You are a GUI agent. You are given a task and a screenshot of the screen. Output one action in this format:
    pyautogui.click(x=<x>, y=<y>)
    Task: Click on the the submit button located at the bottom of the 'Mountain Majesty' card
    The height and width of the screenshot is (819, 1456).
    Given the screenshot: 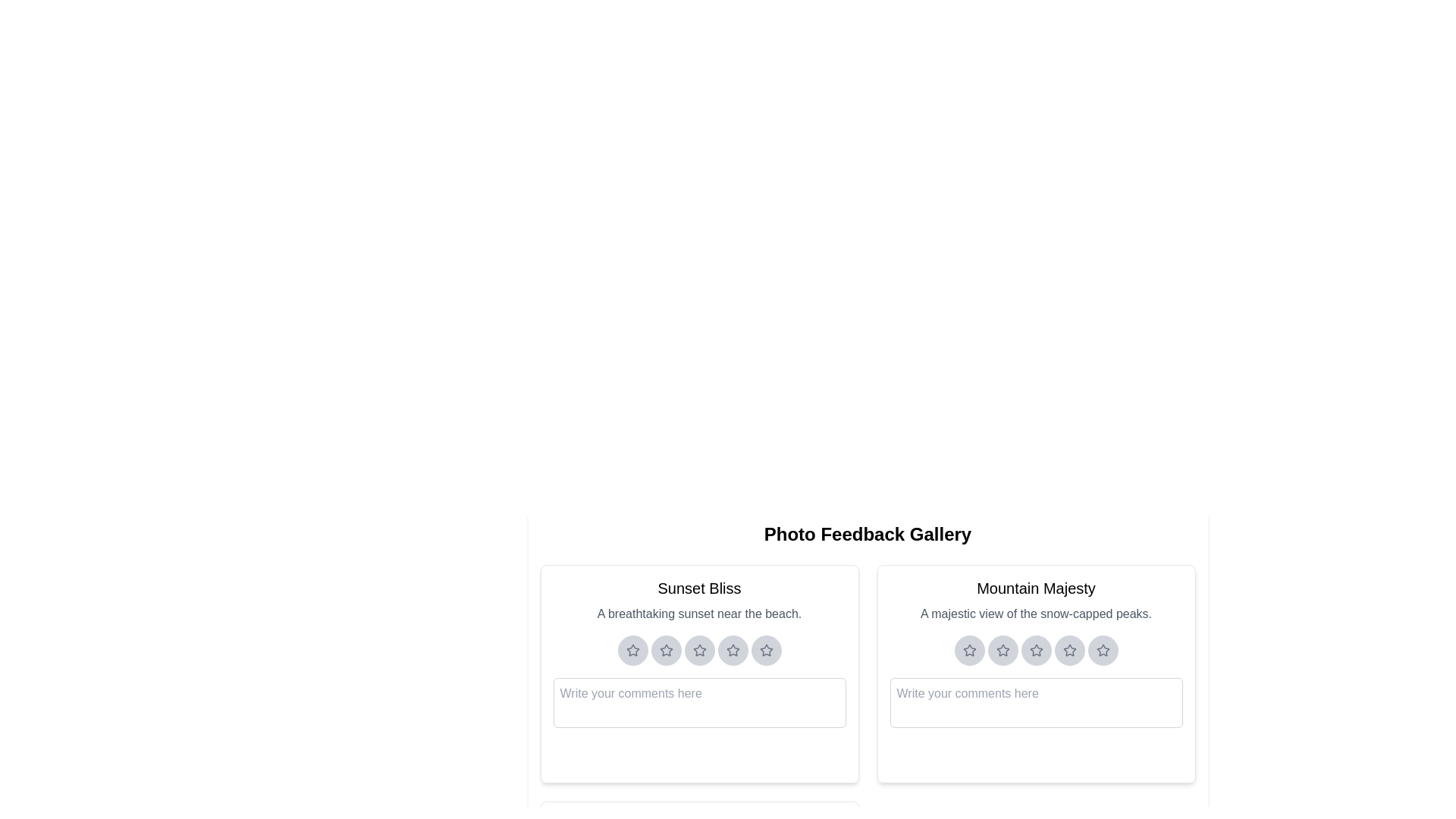 What is the action you would take?
    pyautogui.click(x=1035, y=755)
    